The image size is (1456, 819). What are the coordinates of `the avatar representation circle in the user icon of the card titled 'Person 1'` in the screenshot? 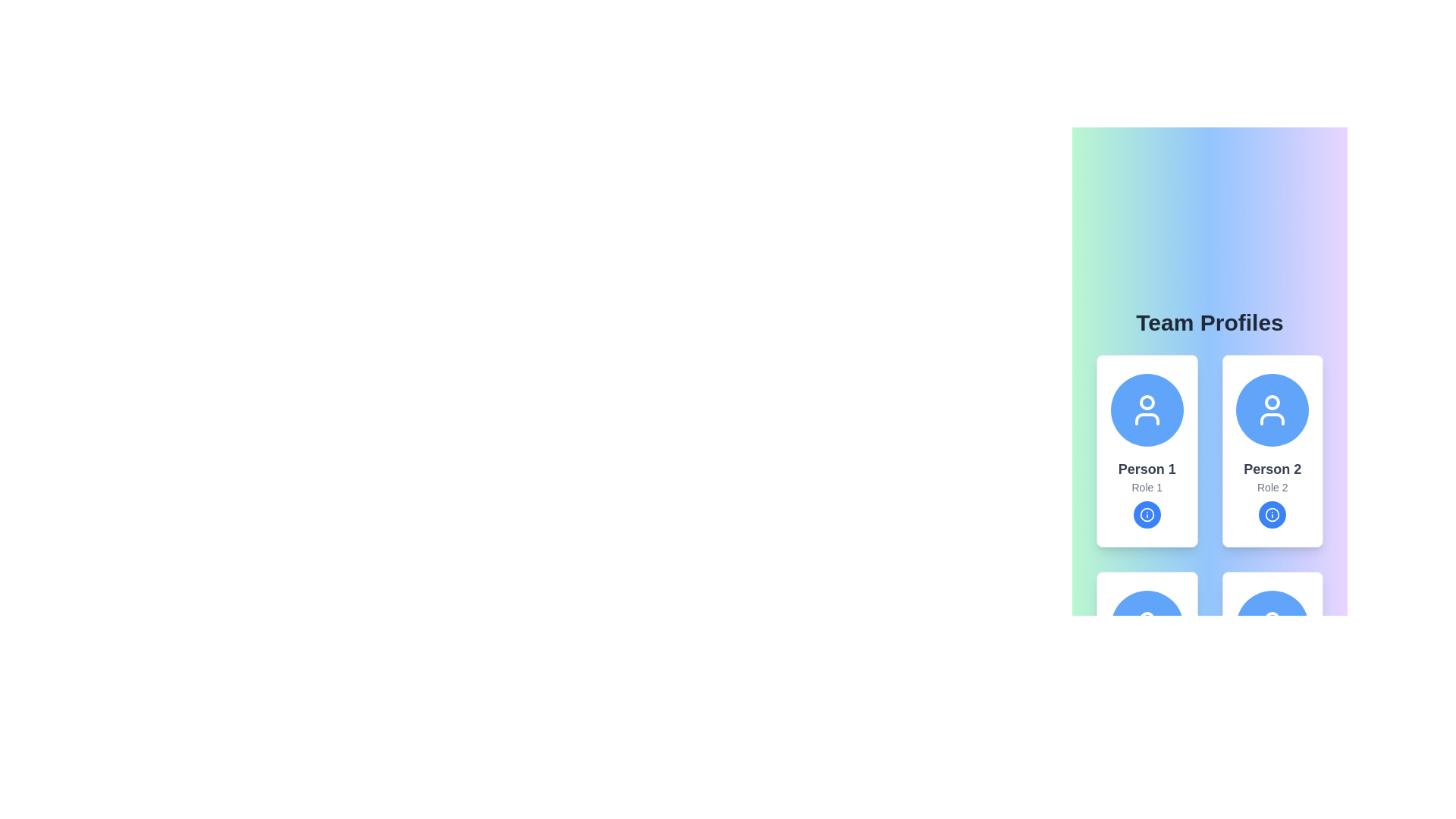 It's located at (1147, 402).